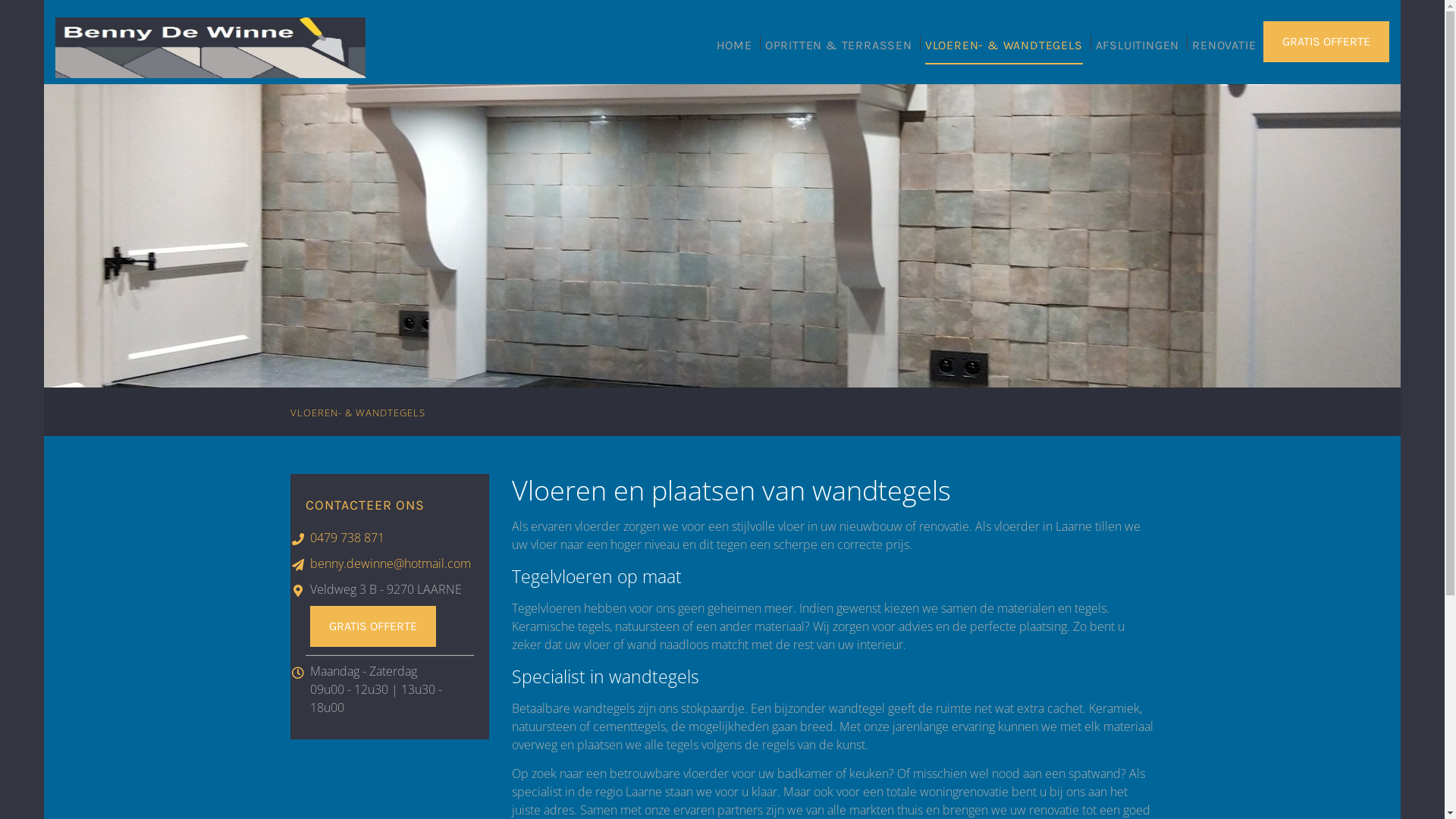 Image resolution: width=1456 pixels, height=819 pixels. I want to click on 'benny.dewinne@hotmail.com', so click(389, 563).